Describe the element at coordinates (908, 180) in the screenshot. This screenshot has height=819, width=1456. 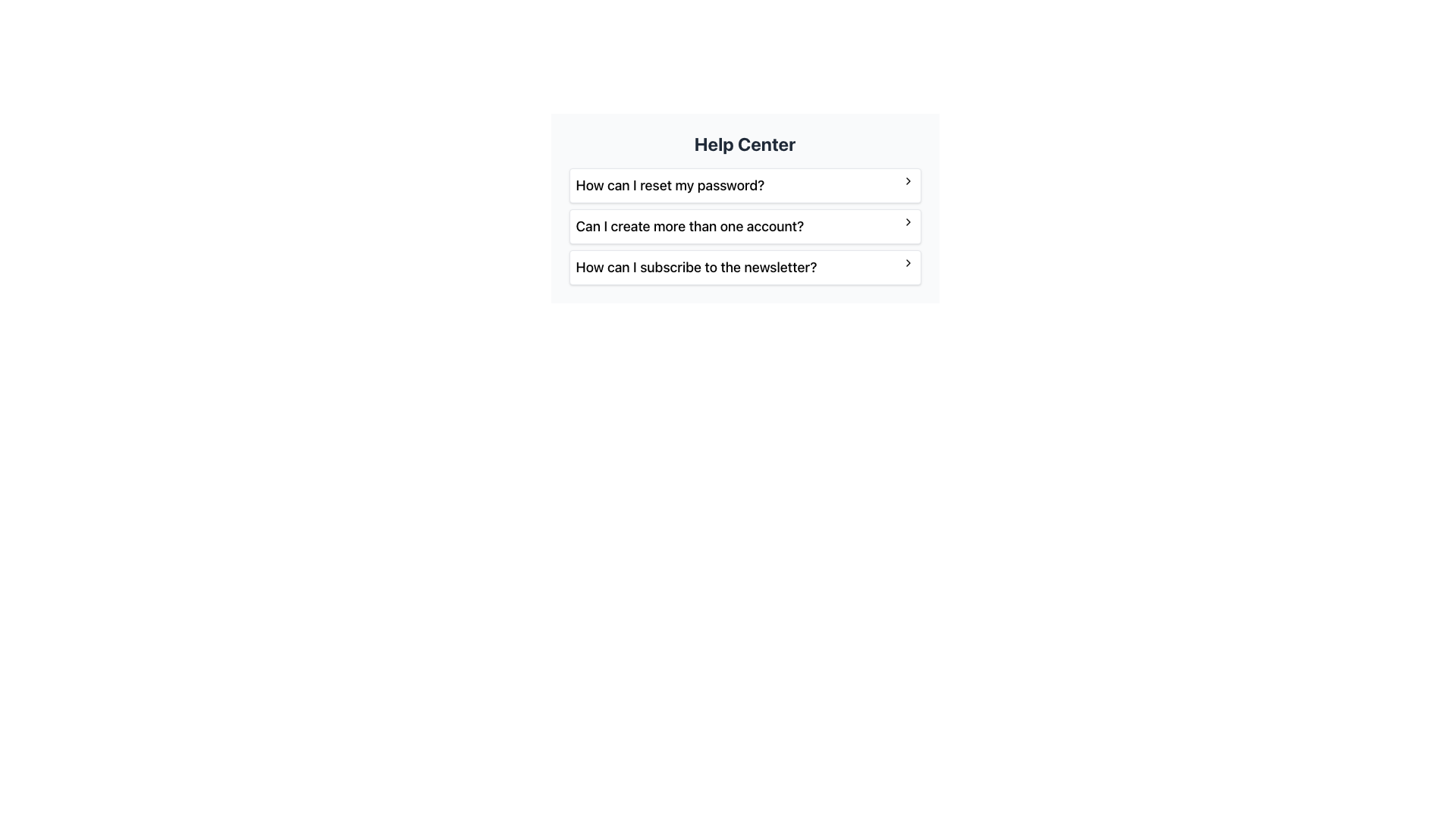
I see `the chevron icon resembling a downward-pointing arrow next to the text 'How can I reset my password?'` at that location.